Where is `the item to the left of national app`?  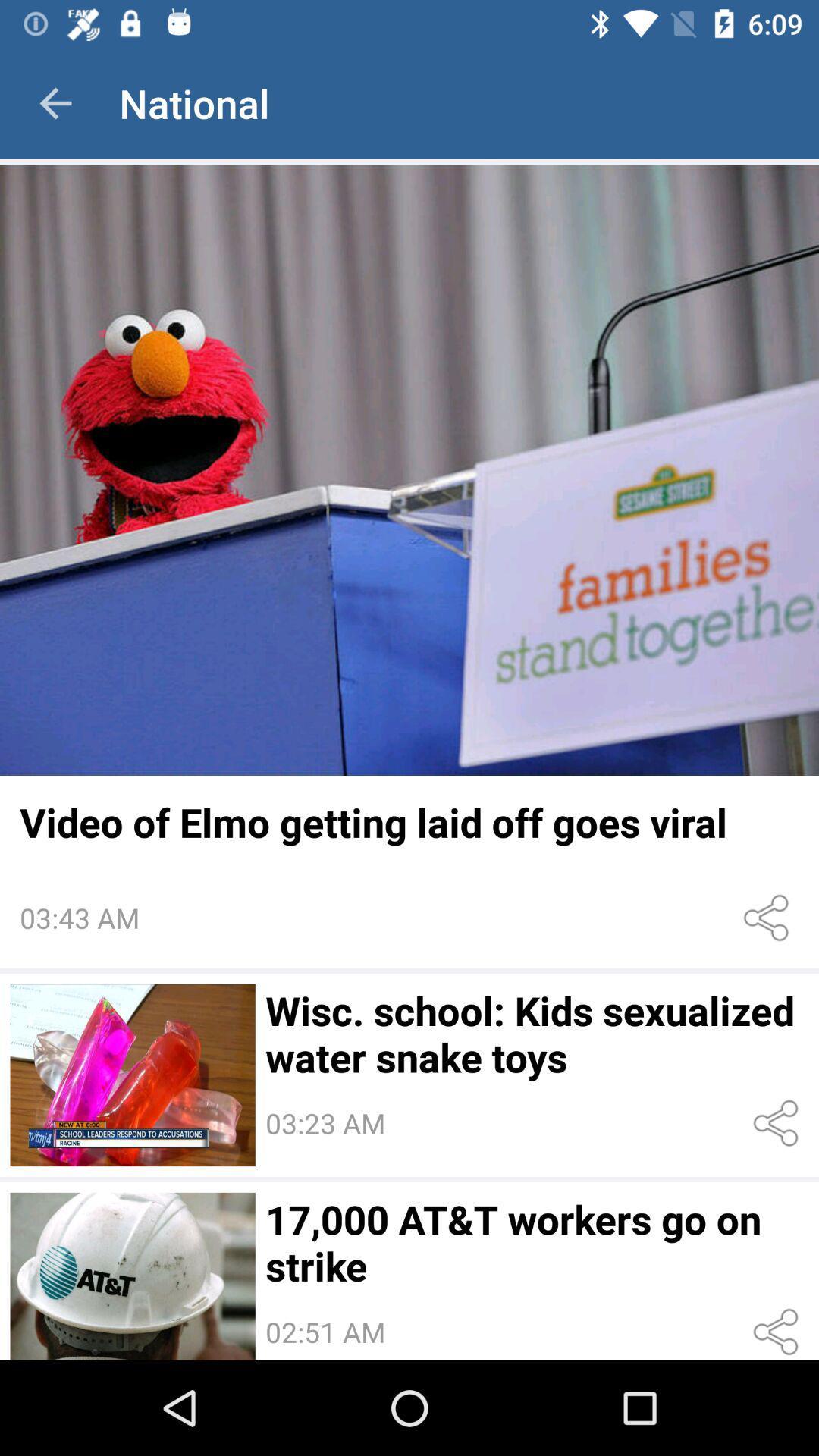
the item to the left of national app is located at coordinates (55, 102).